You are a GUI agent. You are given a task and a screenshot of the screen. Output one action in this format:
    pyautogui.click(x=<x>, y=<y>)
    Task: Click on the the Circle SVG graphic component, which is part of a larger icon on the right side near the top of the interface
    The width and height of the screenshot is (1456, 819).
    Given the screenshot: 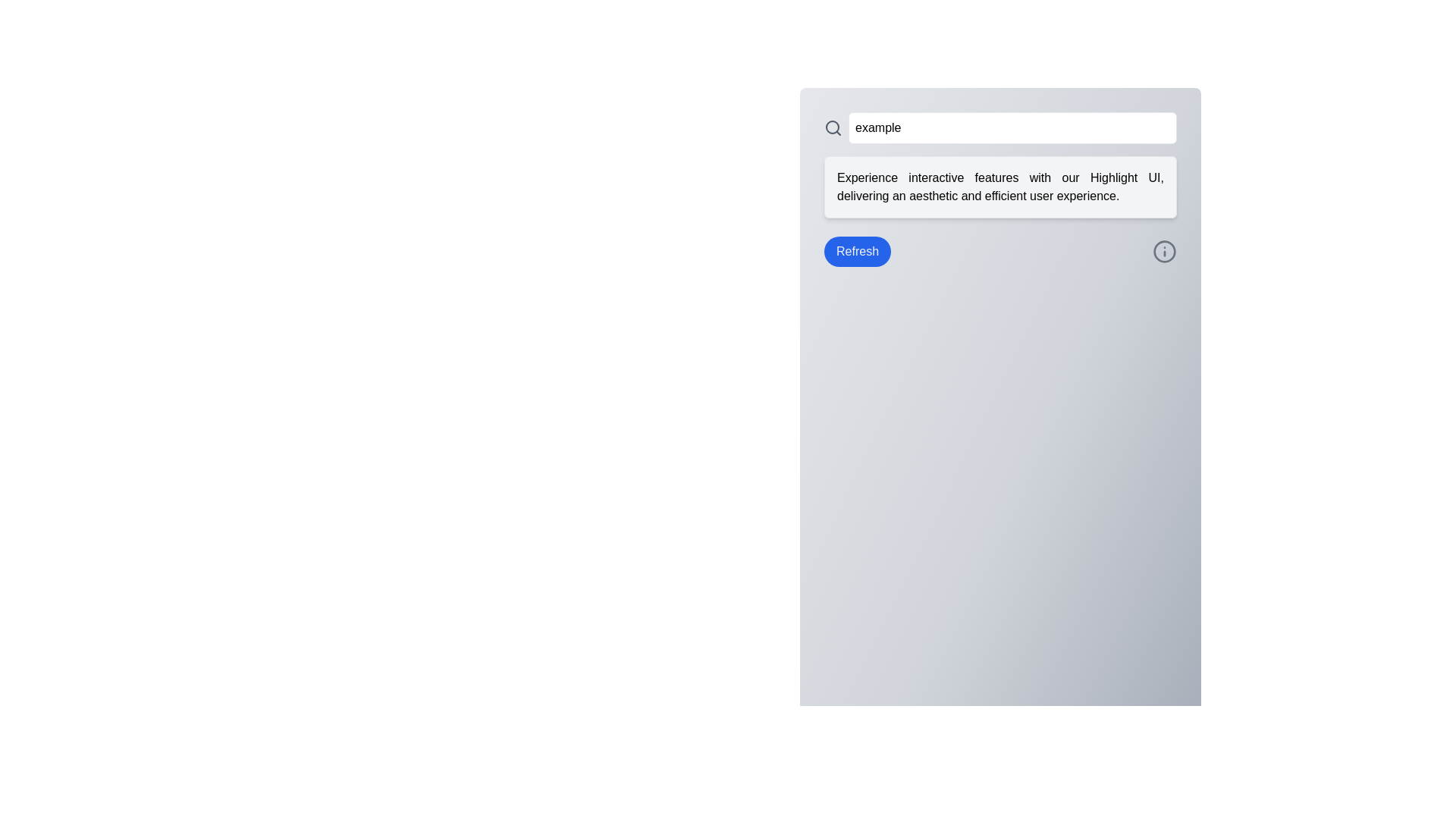 What is the action you would take?
    pyautogui.click(x=1164, y=250)
    